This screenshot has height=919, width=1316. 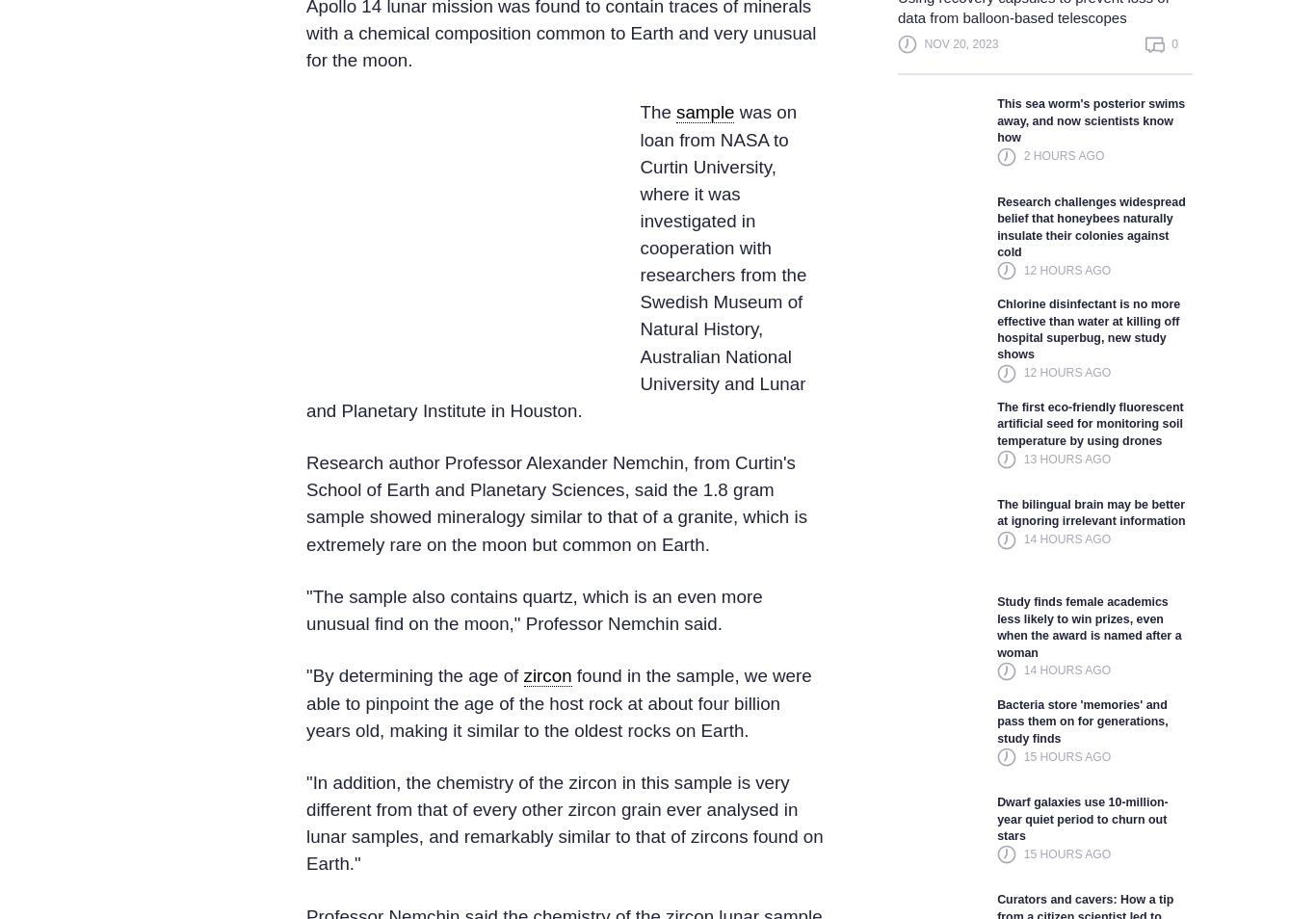 What do you see at coordinates (558, 702) in the screenshot?
I see `'found in the sample, we were able to pinpoint the age of the host rock at about four billion years old, making it similar to the oldest rocks on Earth.'` at bounding box center [558, 702].